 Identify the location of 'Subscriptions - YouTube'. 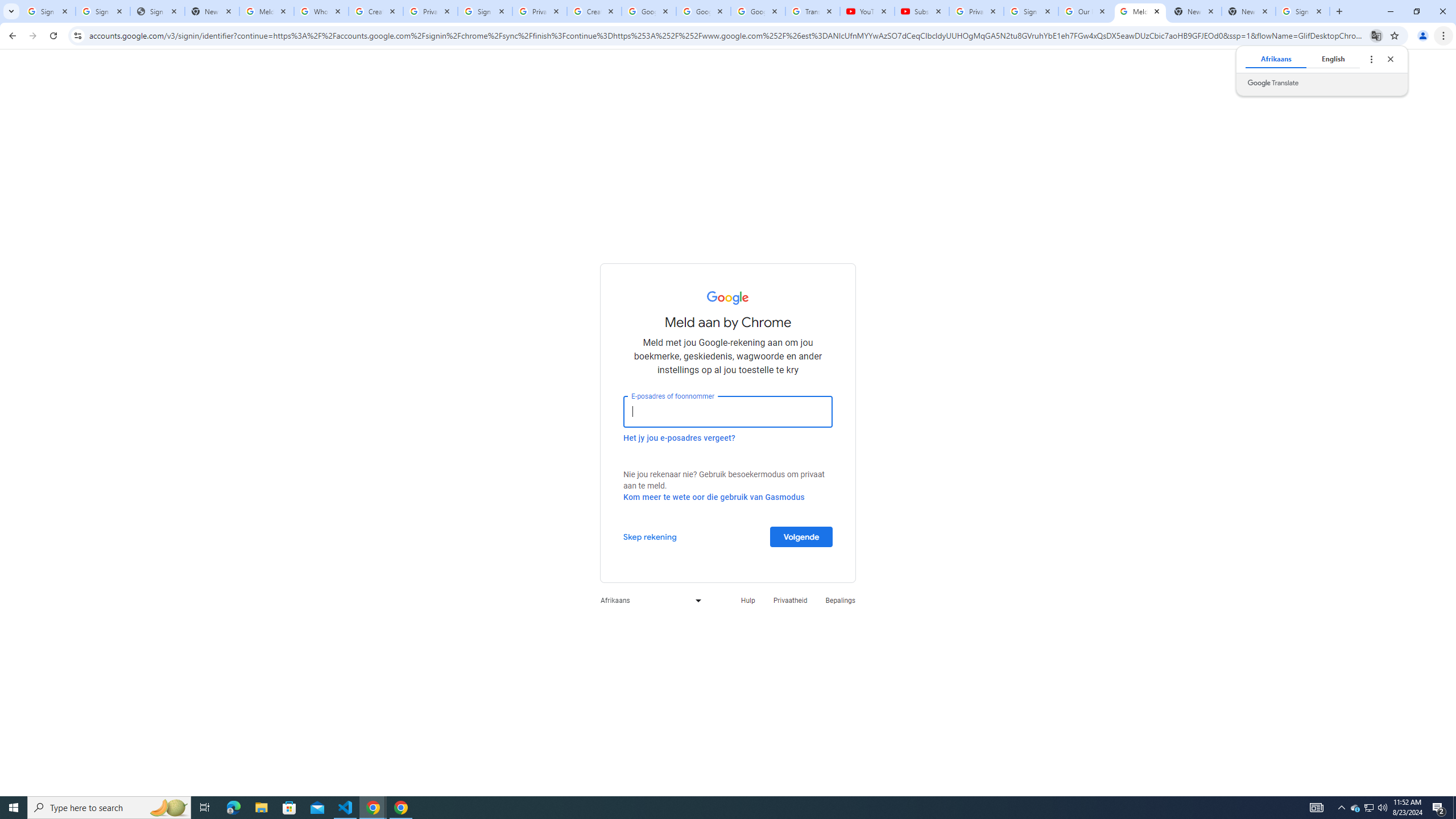
(921, 11).